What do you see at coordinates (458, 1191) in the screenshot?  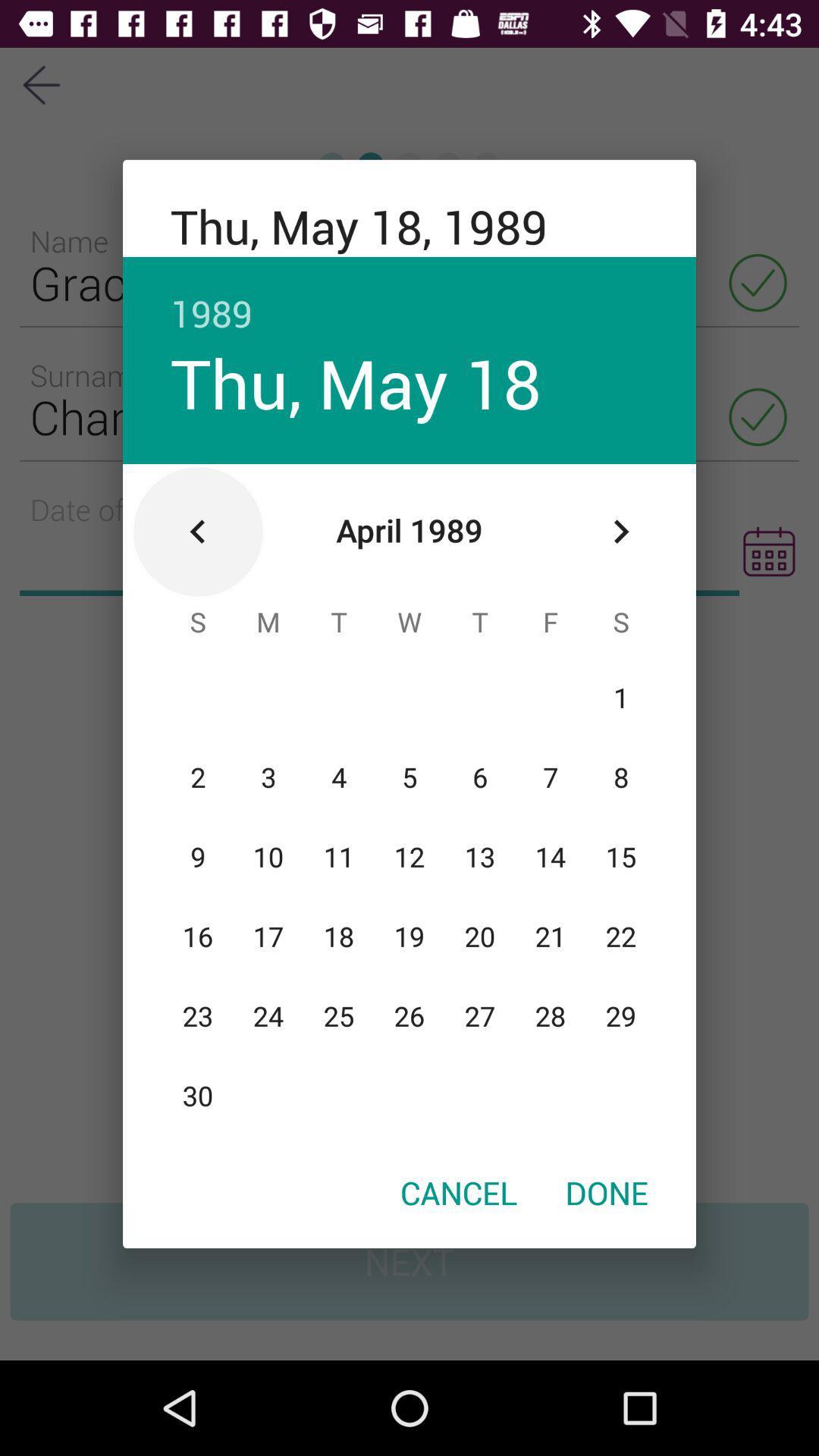 I see `the icon at the bottom` at bounding box center [458, 1191].